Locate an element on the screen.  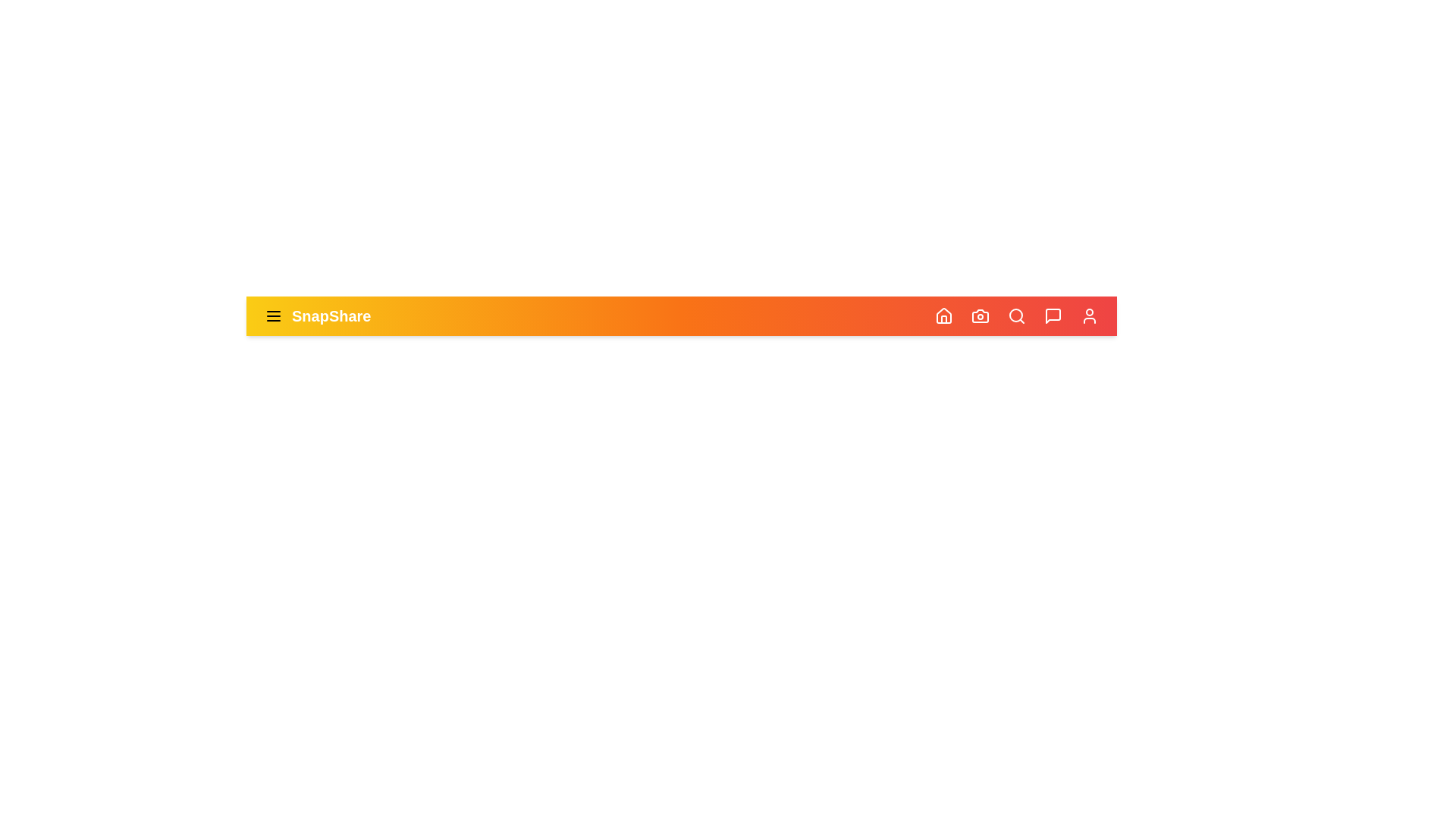
the user icon to open the user profile is located at coordinates (1088, 315).